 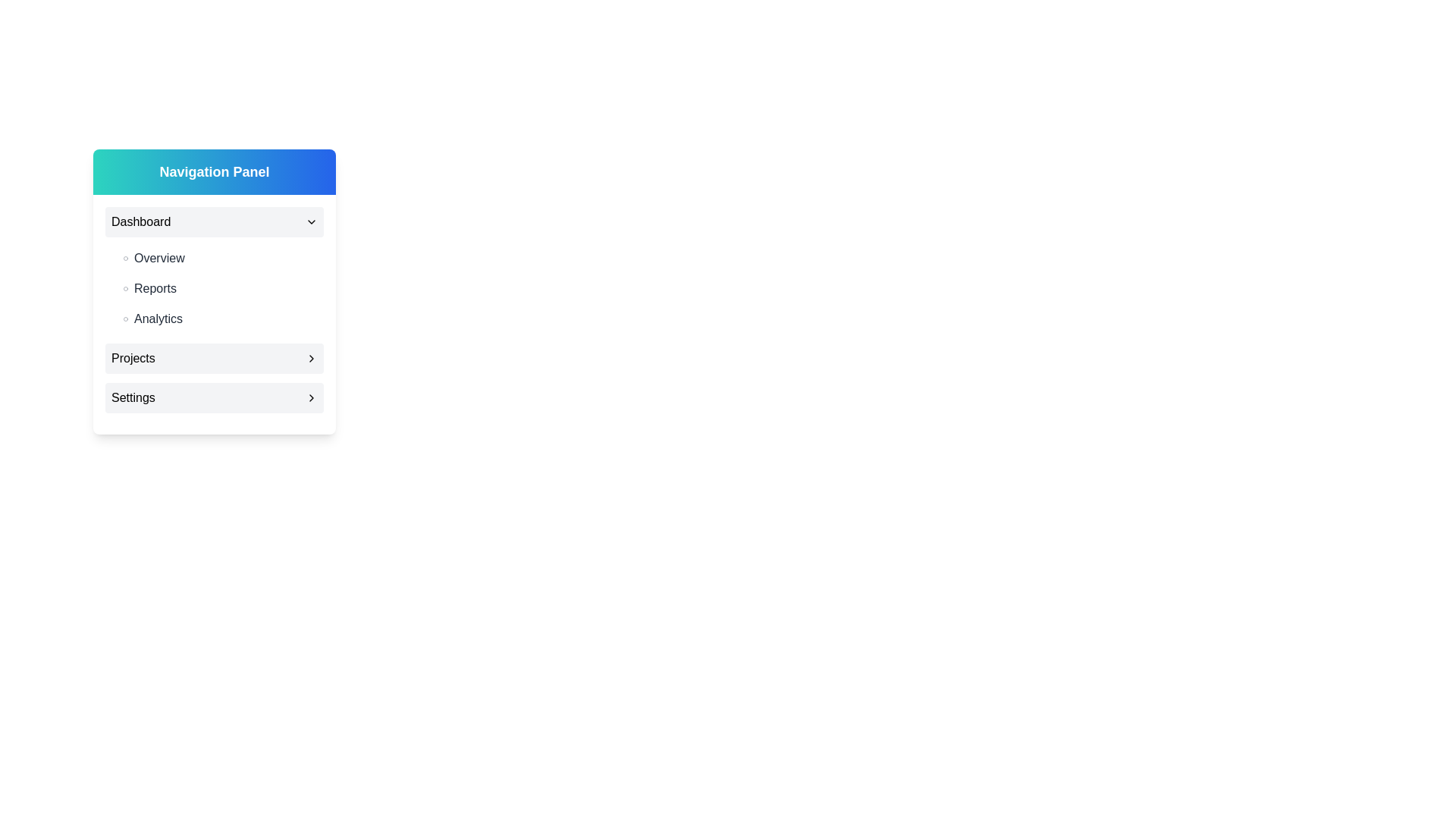 I want to click on the icon next to the 'Settings' menu item, so click(x=311, y=397).